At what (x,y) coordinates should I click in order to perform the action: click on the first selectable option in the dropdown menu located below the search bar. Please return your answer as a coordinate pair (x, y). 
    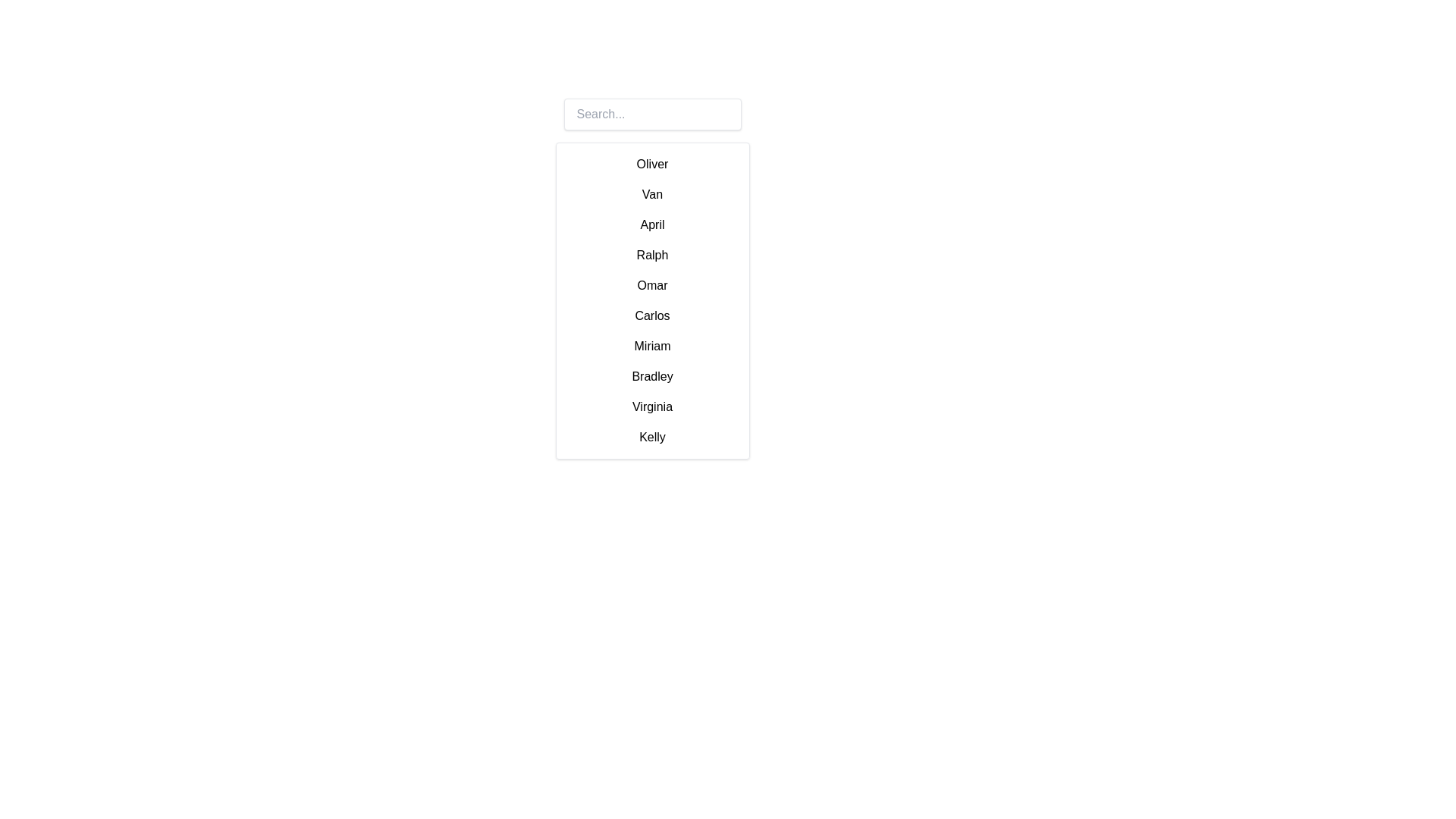
    Looking at the image, I should click on (652, 164).